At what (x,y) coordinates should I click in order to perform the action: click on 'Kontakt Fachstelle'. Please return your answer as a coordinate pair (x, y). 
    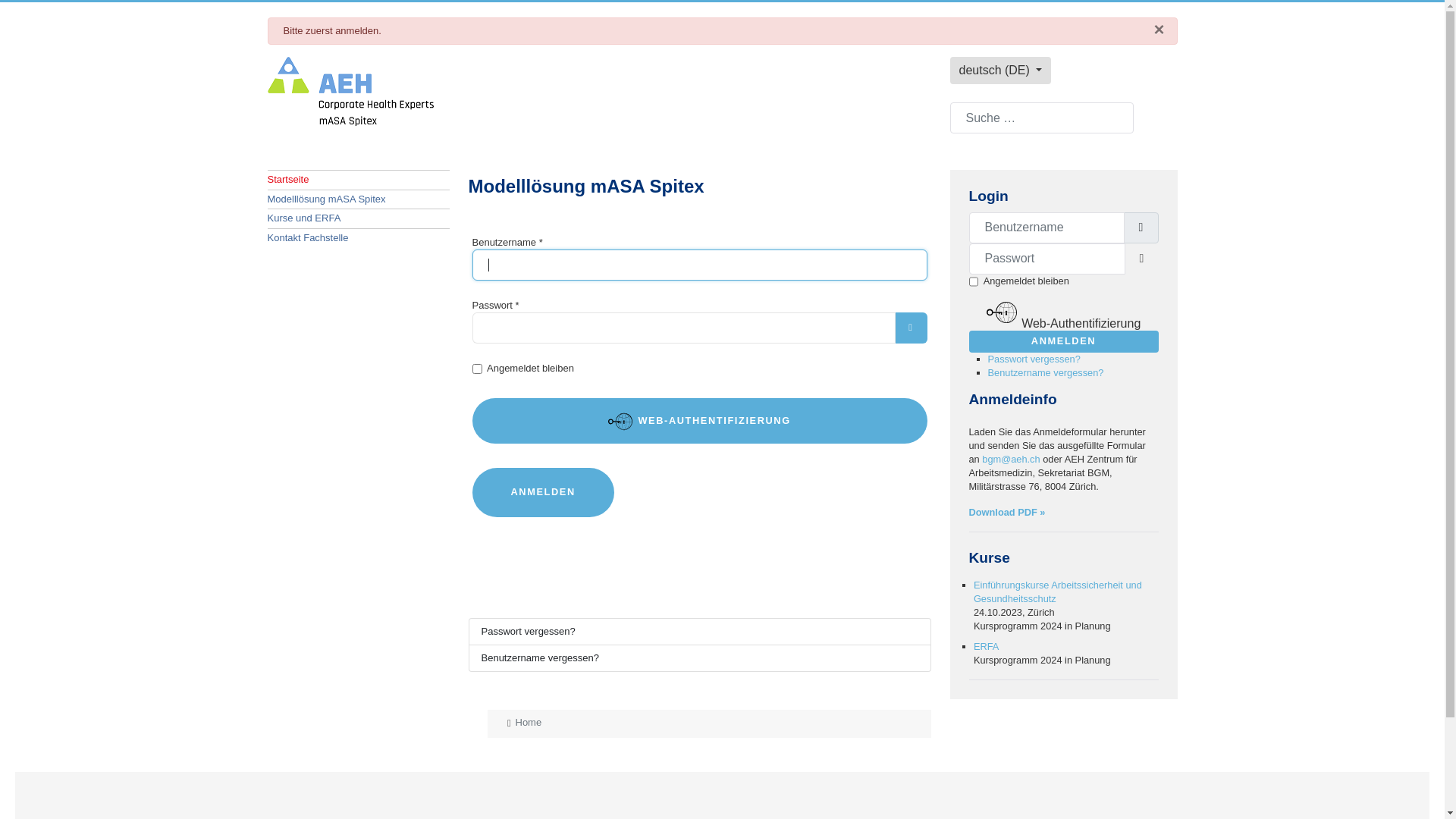
    Looking at the image, I should click on (356, 237).